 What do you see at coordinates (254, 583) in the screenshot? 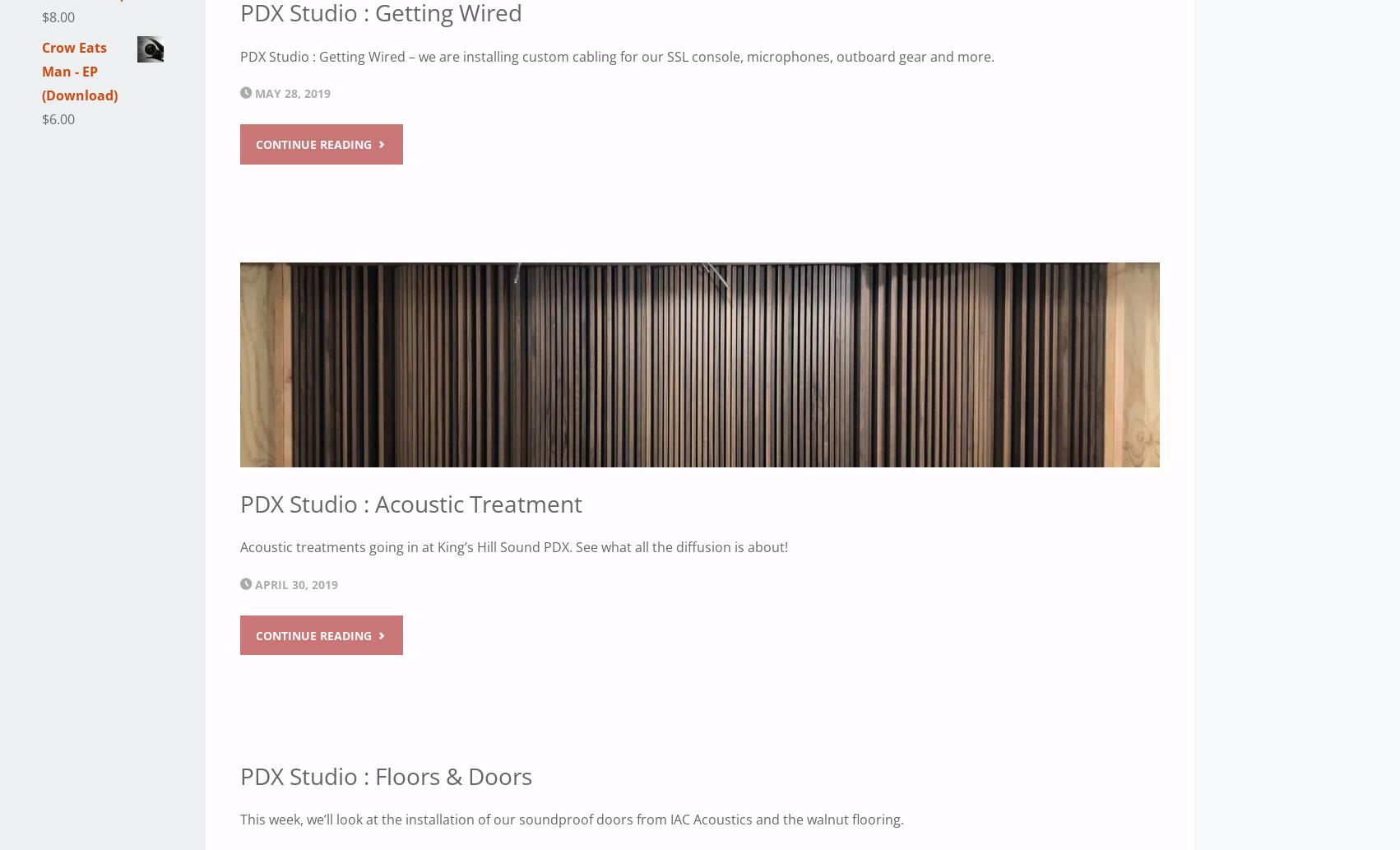
I see `'April 30, 2019'` at bounding box center [254, 583].